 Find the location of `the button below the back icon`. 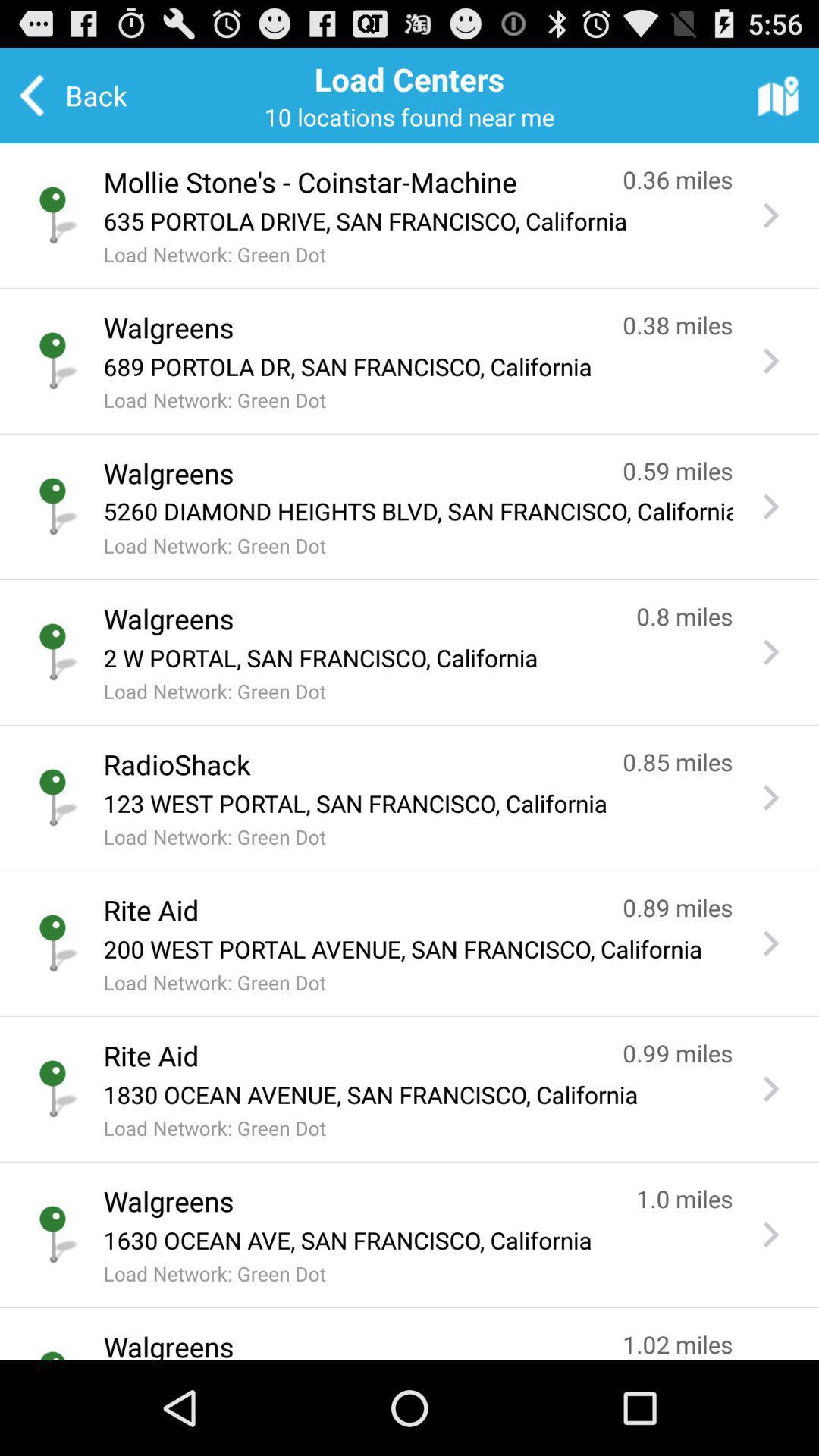

the button below the back icon is located at coordinates (348, 182).